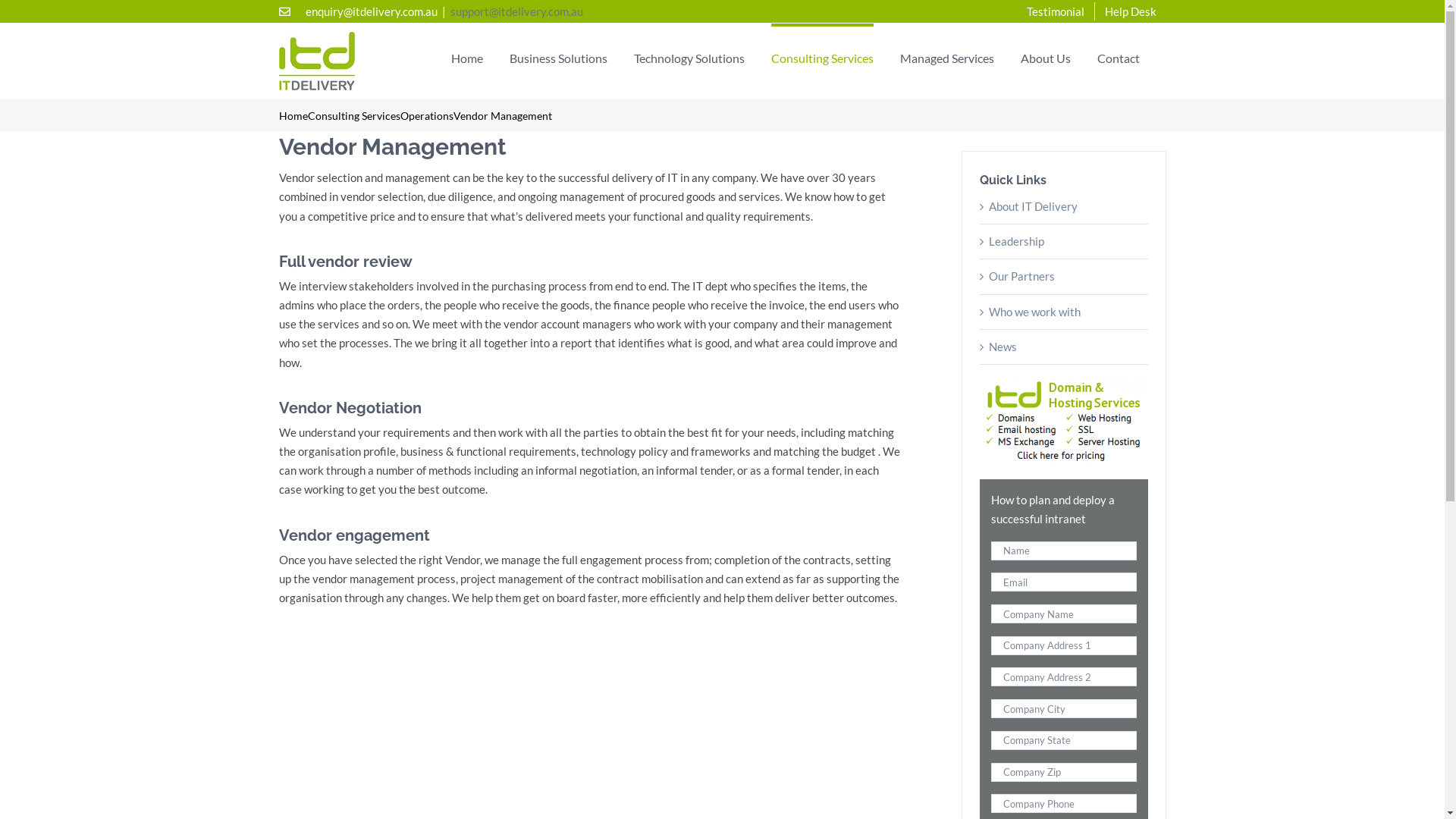  What do you see at coordinates (1131, 11) in the screenshot?
I see `'Help Desk'` at bounding box center [1131, 11].